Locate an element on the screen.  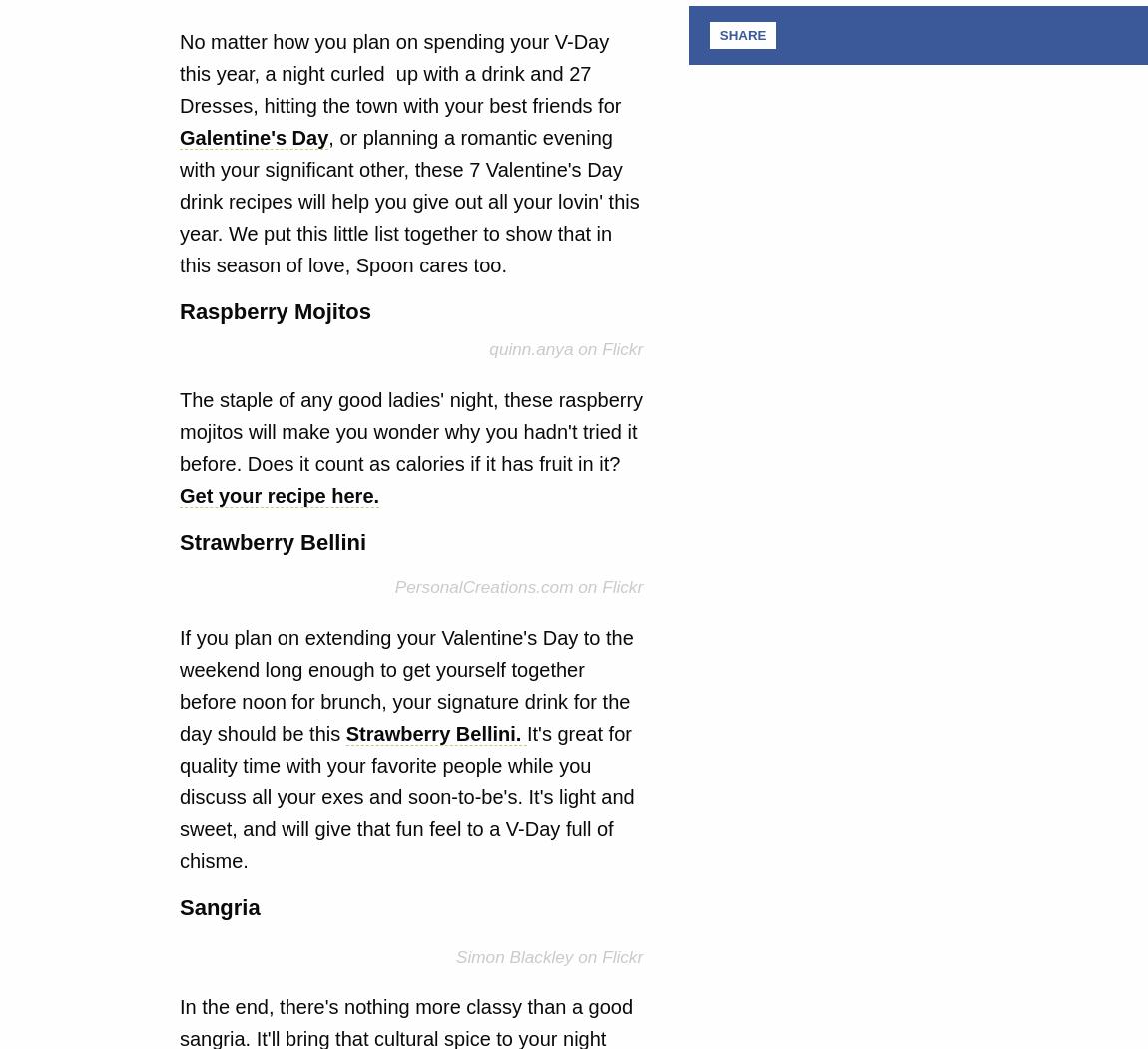
'Raspberry Mojitos' is located at coordinates (274, 310).